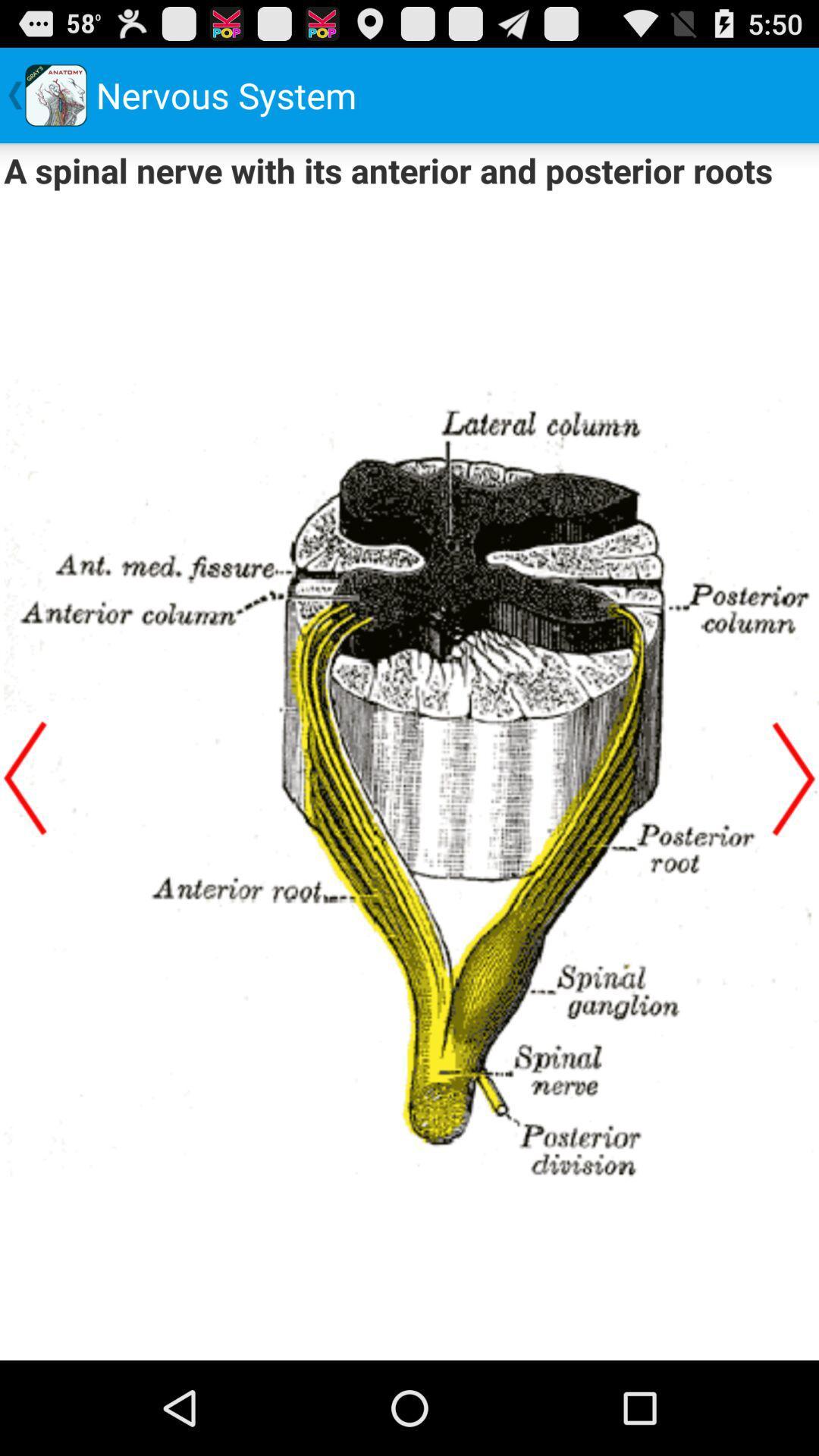 The width and height of the screenshot is (819, 1456). Describe the element at coordinates (25, 778) in the screenshot. I see `go back` at that location.